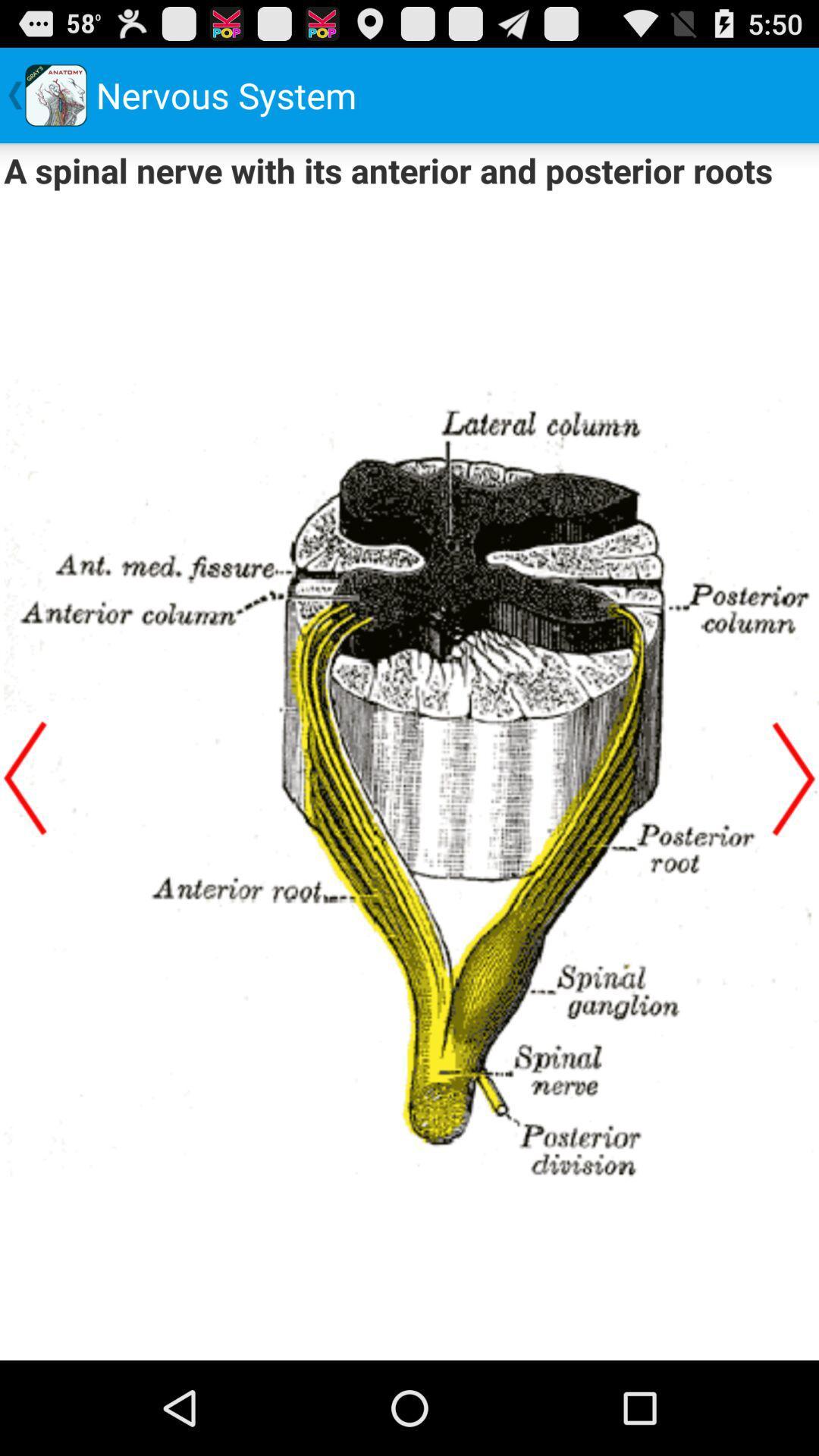 The width and height of the screenshot is (819, 1456). Describe the element at coordinates (25, 778) in the screenshot. I see `go back` at that location.